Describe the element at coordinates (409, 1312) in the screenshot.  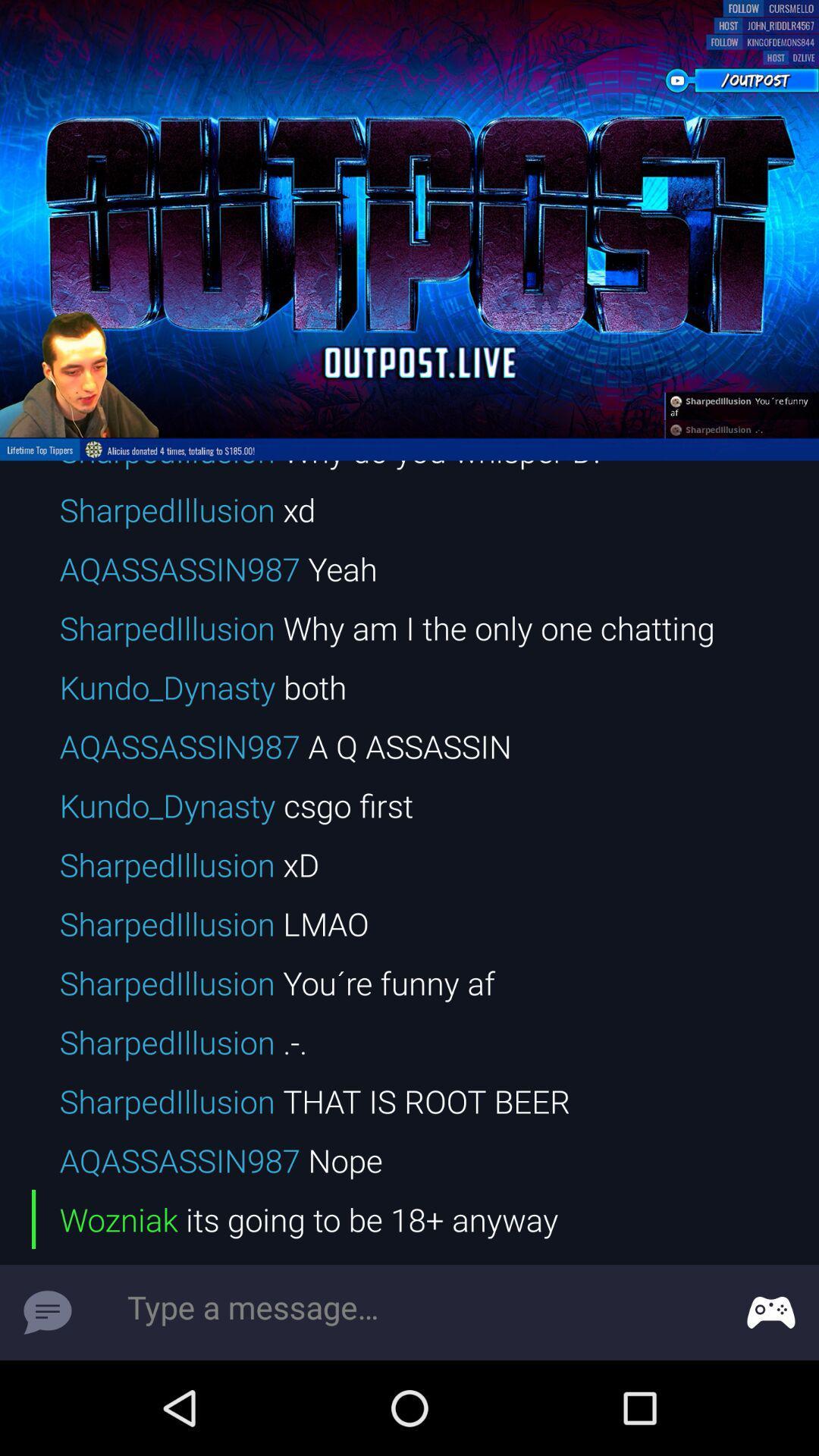
I see `message box` at that location.